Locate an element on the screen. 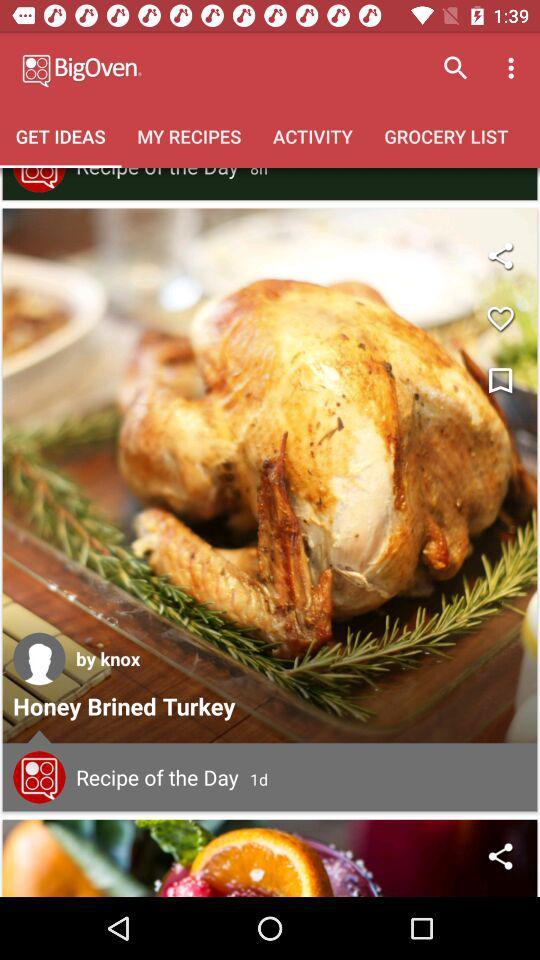 This screenshot has height=960, width=540. share the recipe is located at coordinates (270, 857).